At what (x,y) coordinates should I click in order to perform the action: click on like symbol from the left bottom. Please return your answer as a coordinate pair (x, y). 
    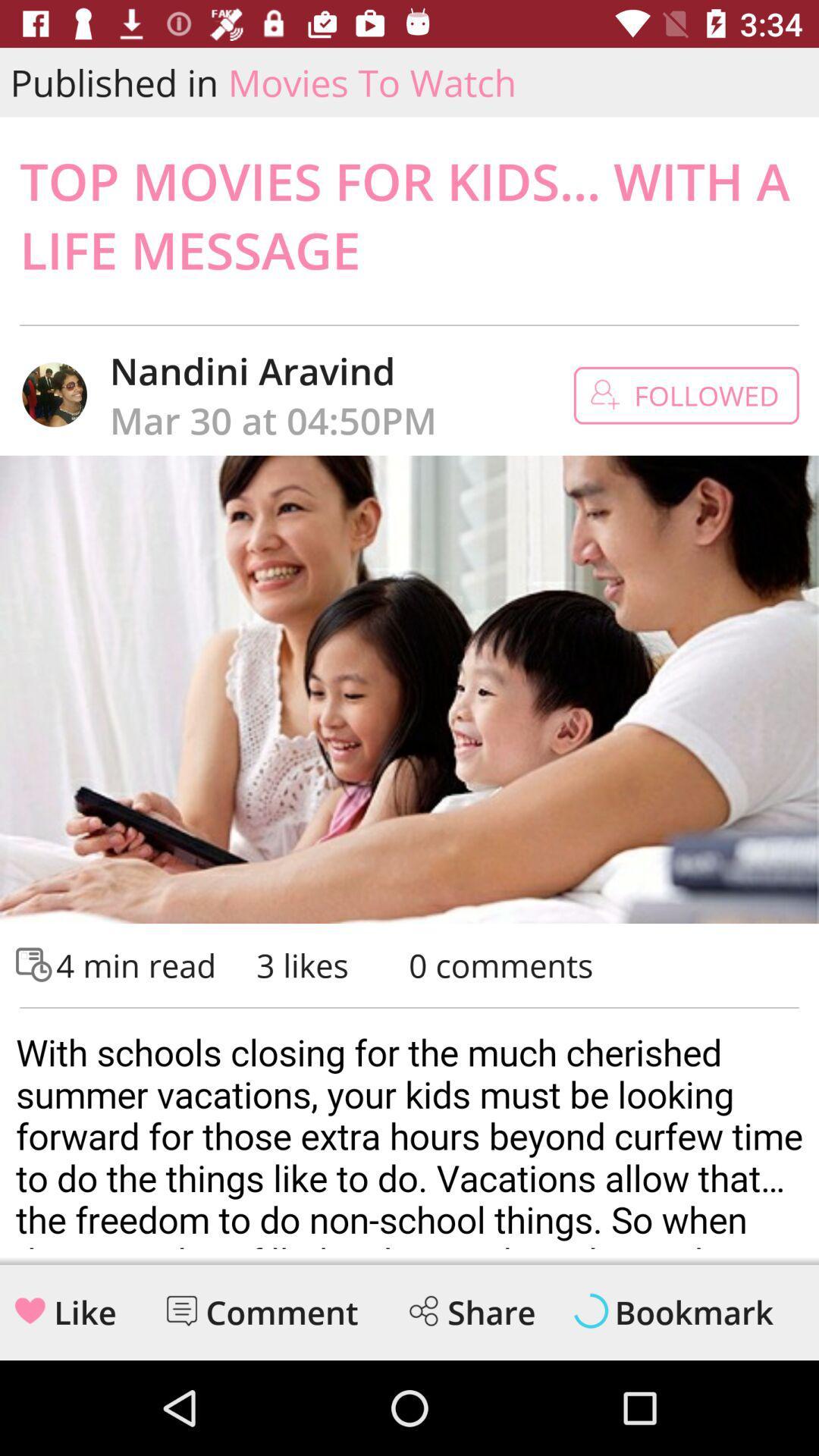
    Looking at the image, I should click on (30, 1310).